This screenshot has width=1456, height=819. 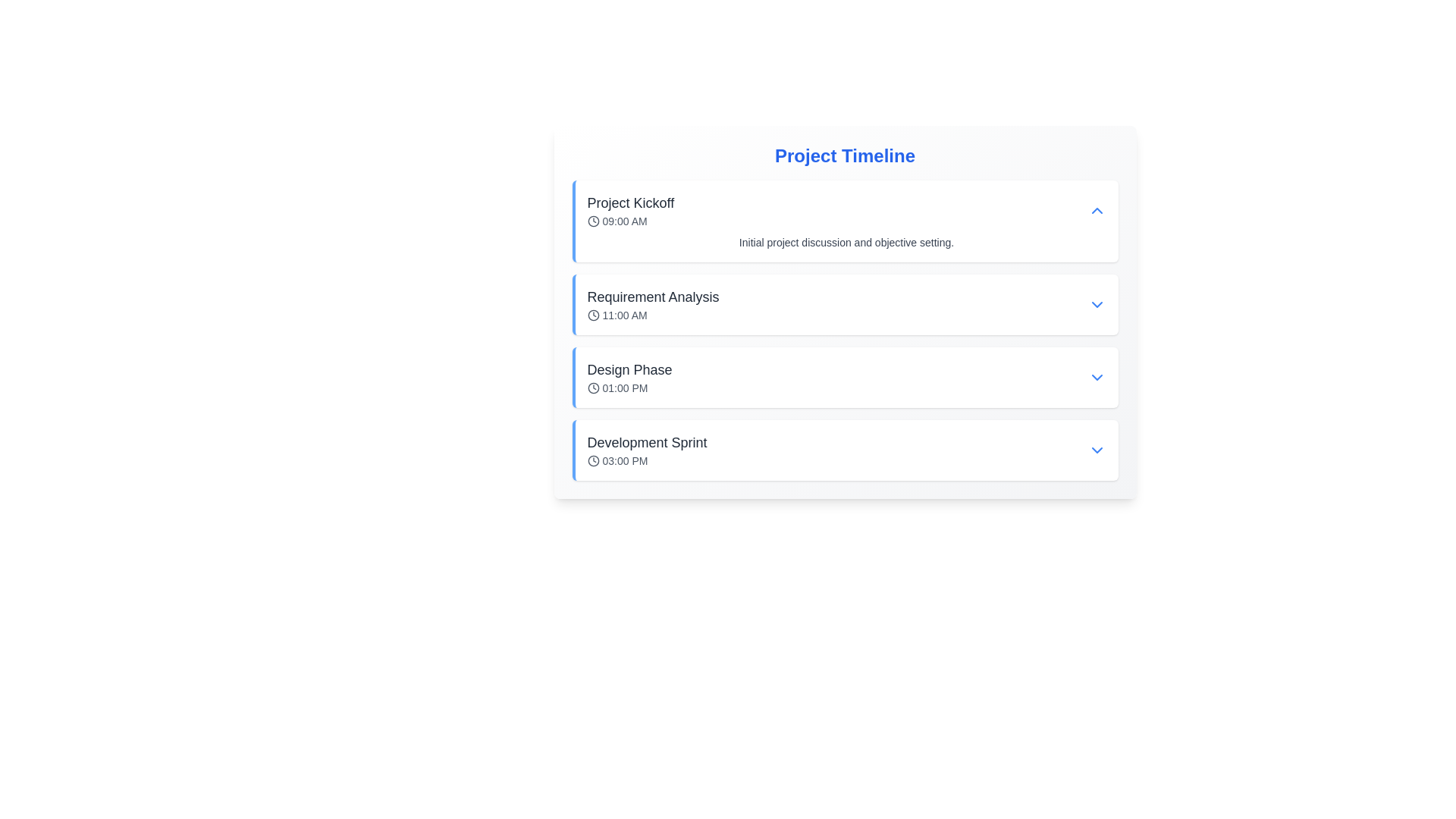 What do you see at coordinates (1097, 210) in the screenshot?
I see `the small upward-pointing blue chevron button located at the top-right of the 'Project Kickoff' header in the timeline` at bounding box center [1097, 210].